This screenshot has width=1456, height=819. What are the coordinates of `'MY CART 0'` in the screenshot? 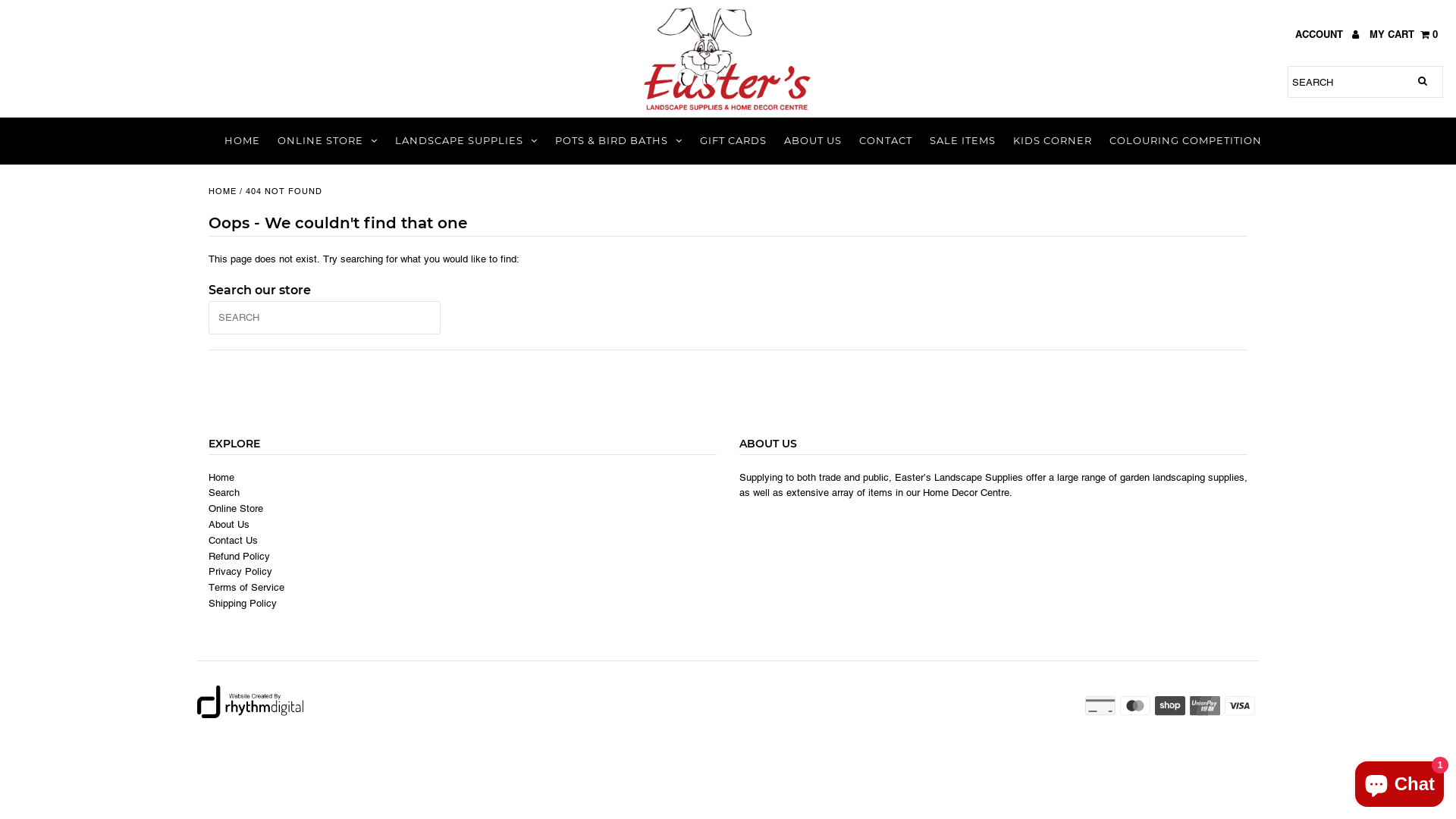 It's located at (1403, 34).